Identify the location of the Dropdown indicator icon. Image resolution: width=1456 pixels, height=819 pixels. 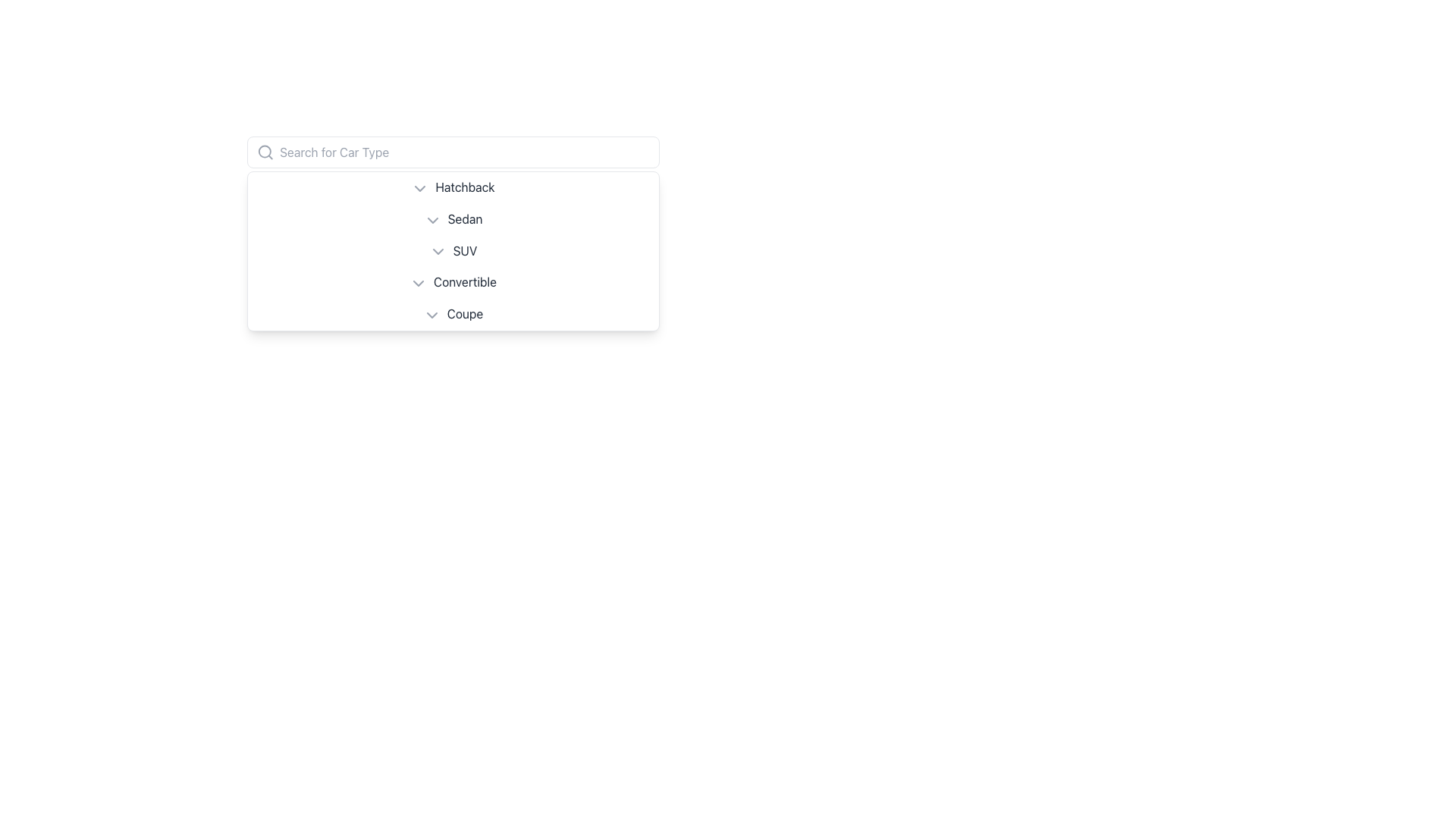
(420, 187).